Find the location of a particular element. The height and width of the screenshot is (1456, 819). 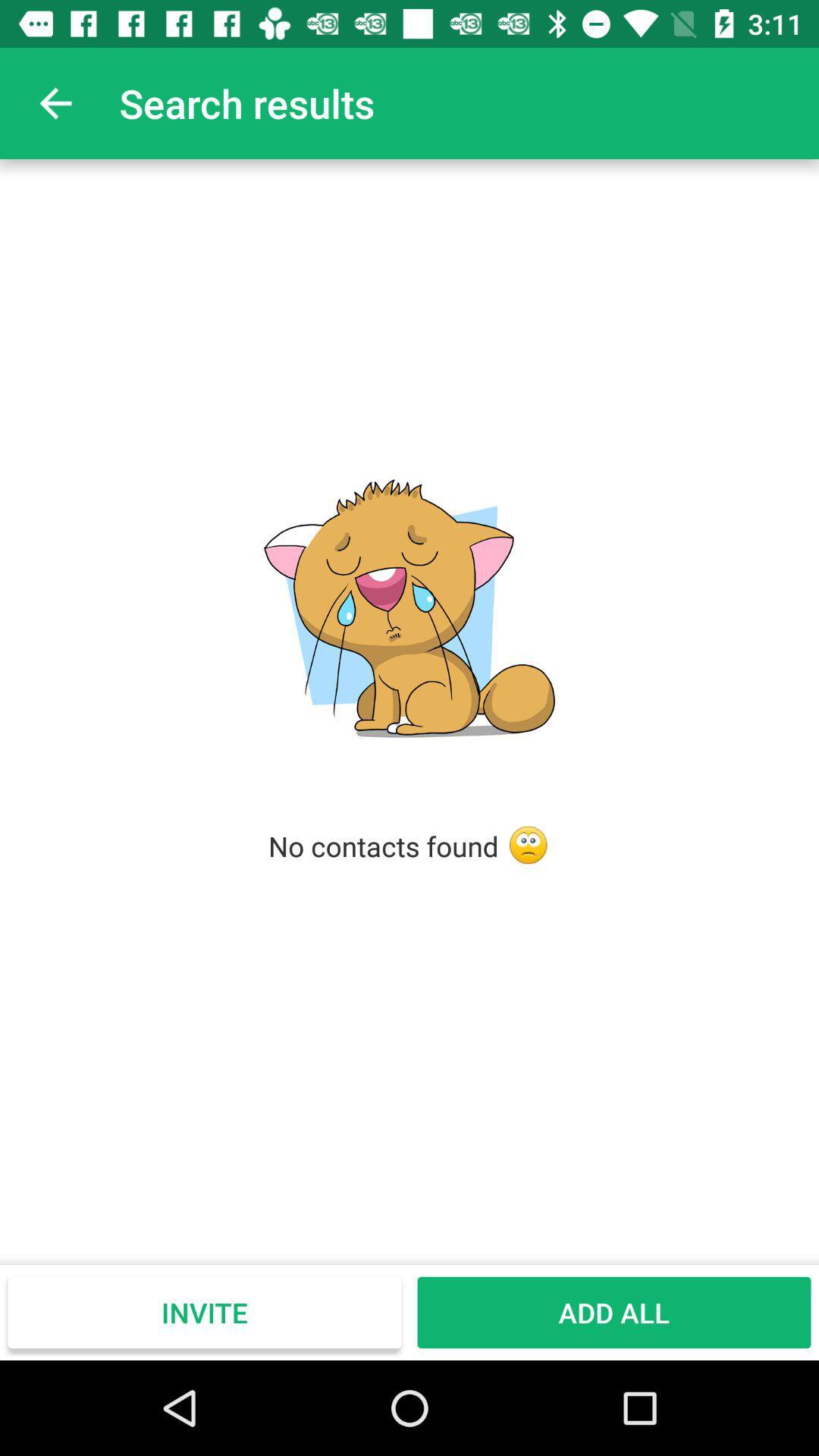

the icon next to add all item is located at coordinates (205, 1312).